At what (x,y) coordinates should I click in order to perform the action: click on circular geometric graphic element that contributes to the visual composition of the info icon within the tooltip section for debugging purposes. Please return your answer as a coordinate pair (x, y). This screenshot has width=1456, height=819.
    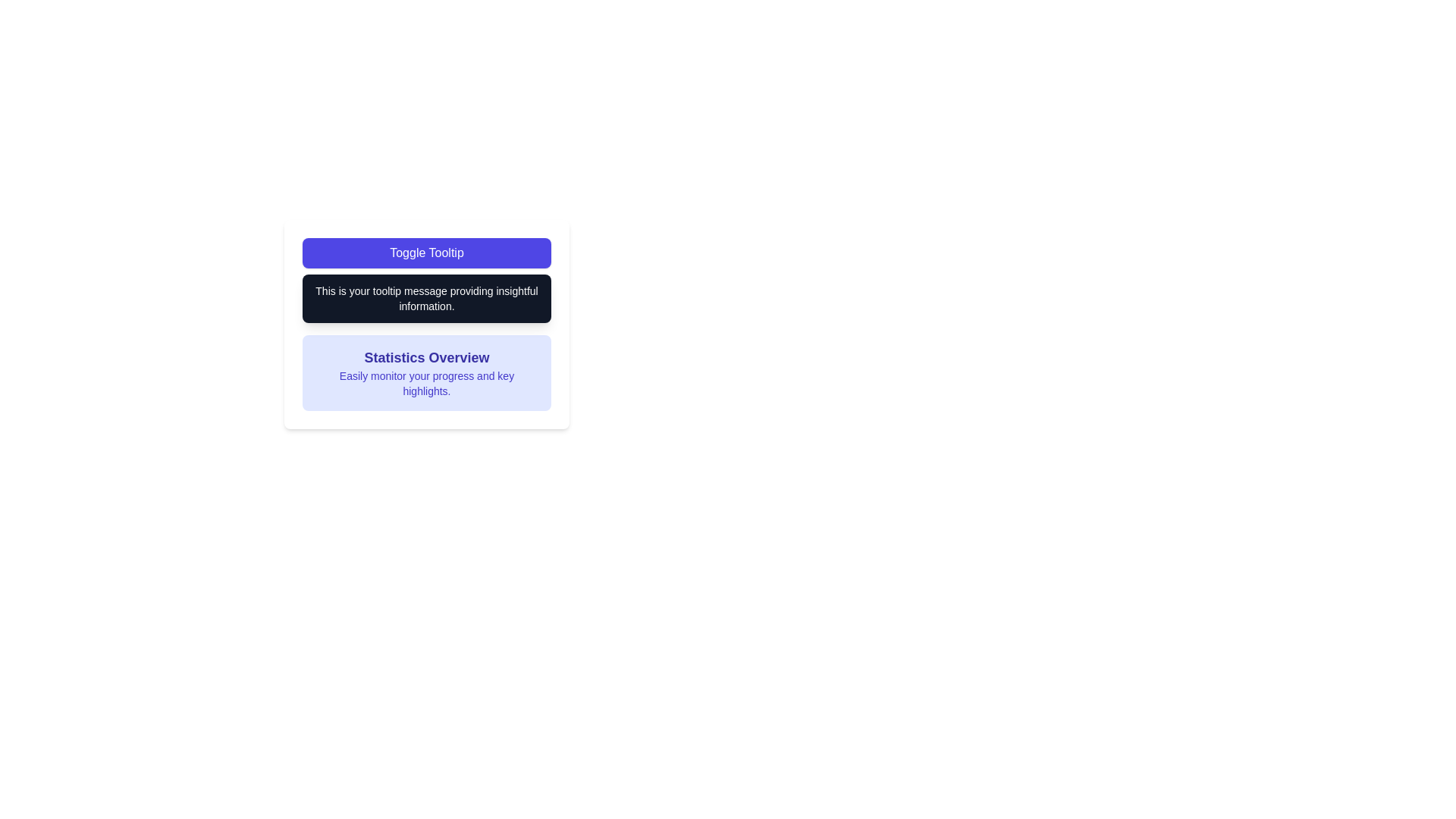
    Looking at the image, I should click on (309, 301).